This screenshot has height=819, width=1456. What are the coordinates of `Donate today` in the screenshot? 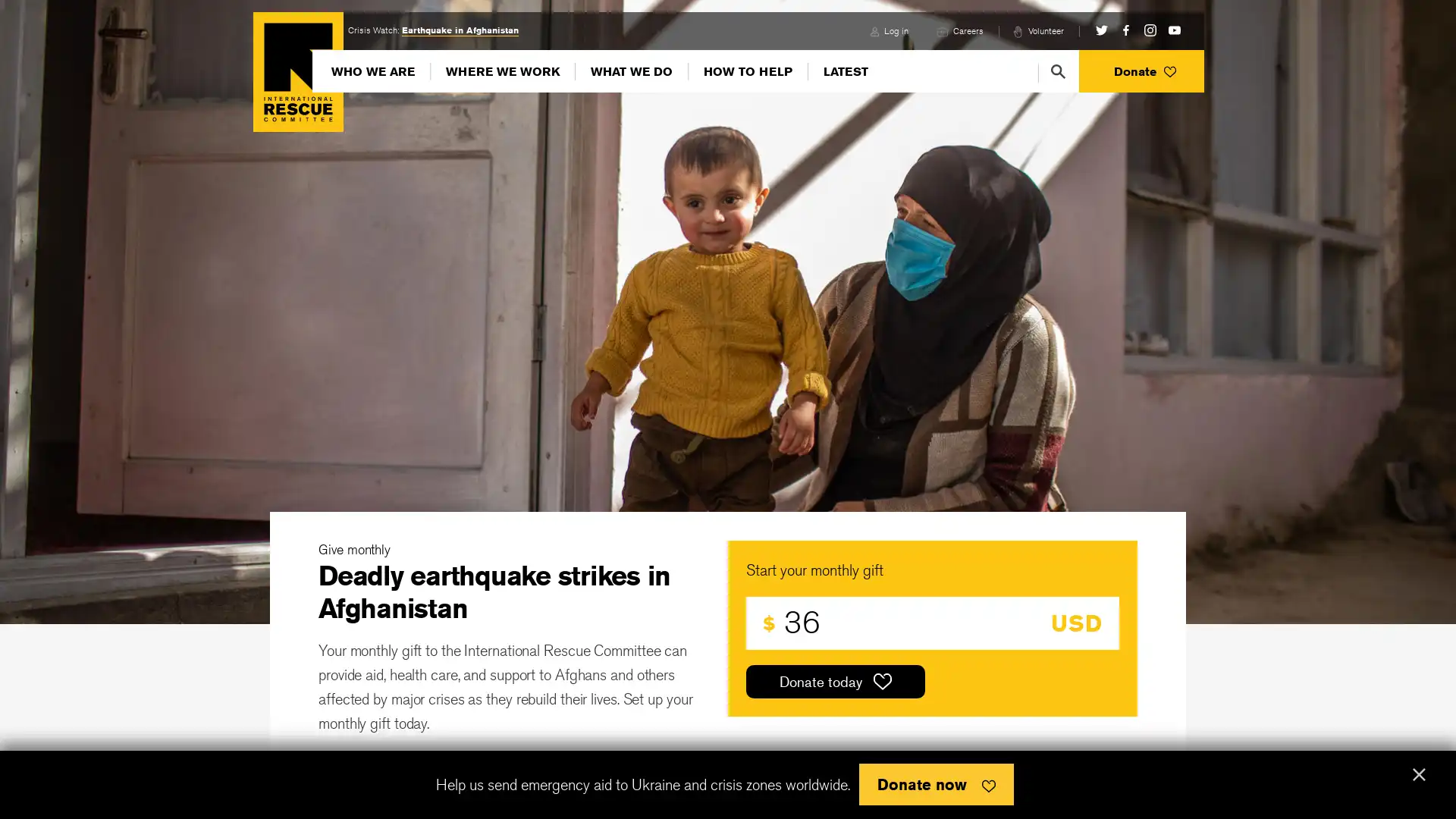 It's located at (835, 680).